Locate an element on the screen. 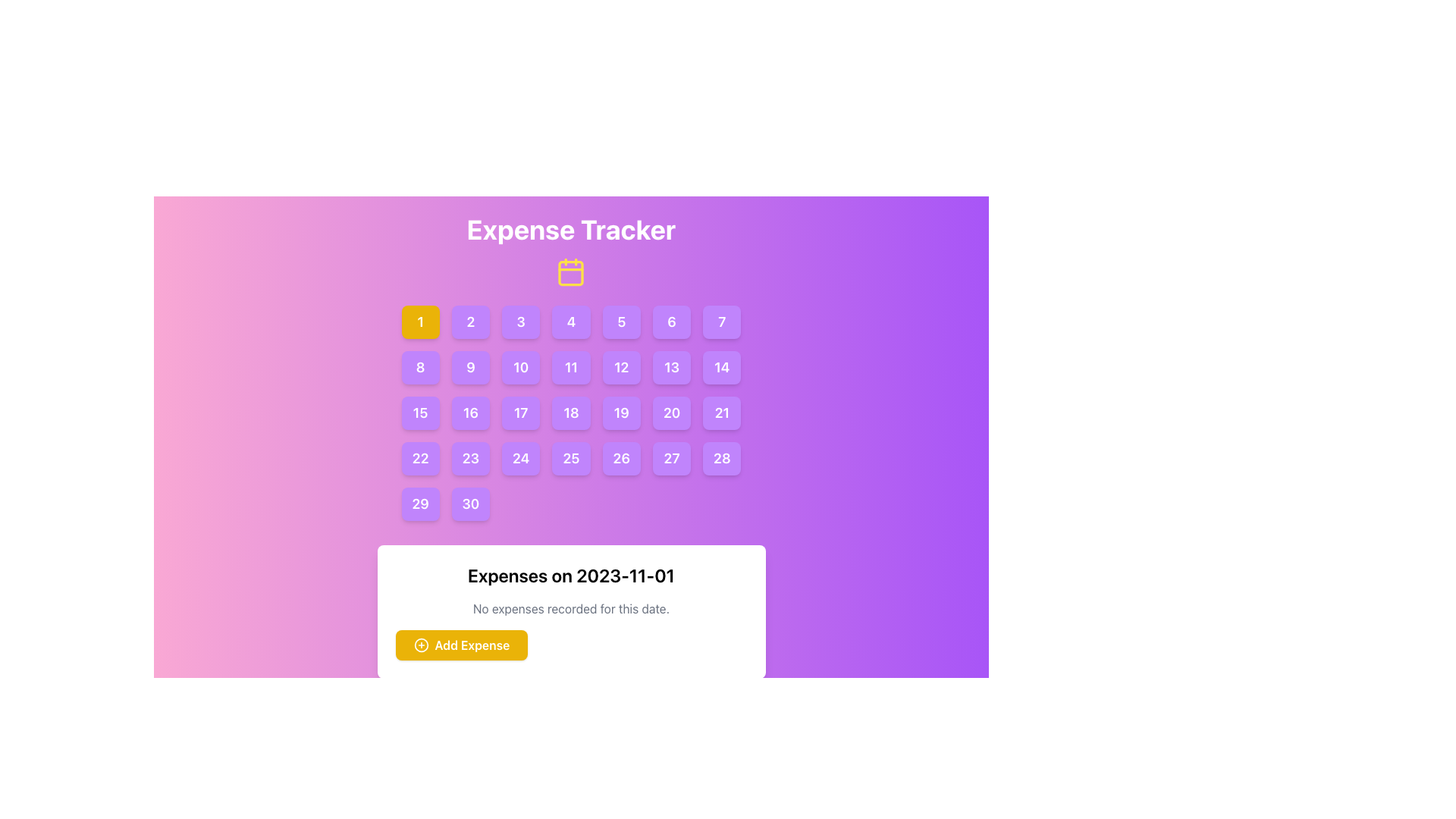 The height and width of the screenshot is (819, 1456). the fifth button in the third row of the calendar grid is located at coordinates (621, 413).